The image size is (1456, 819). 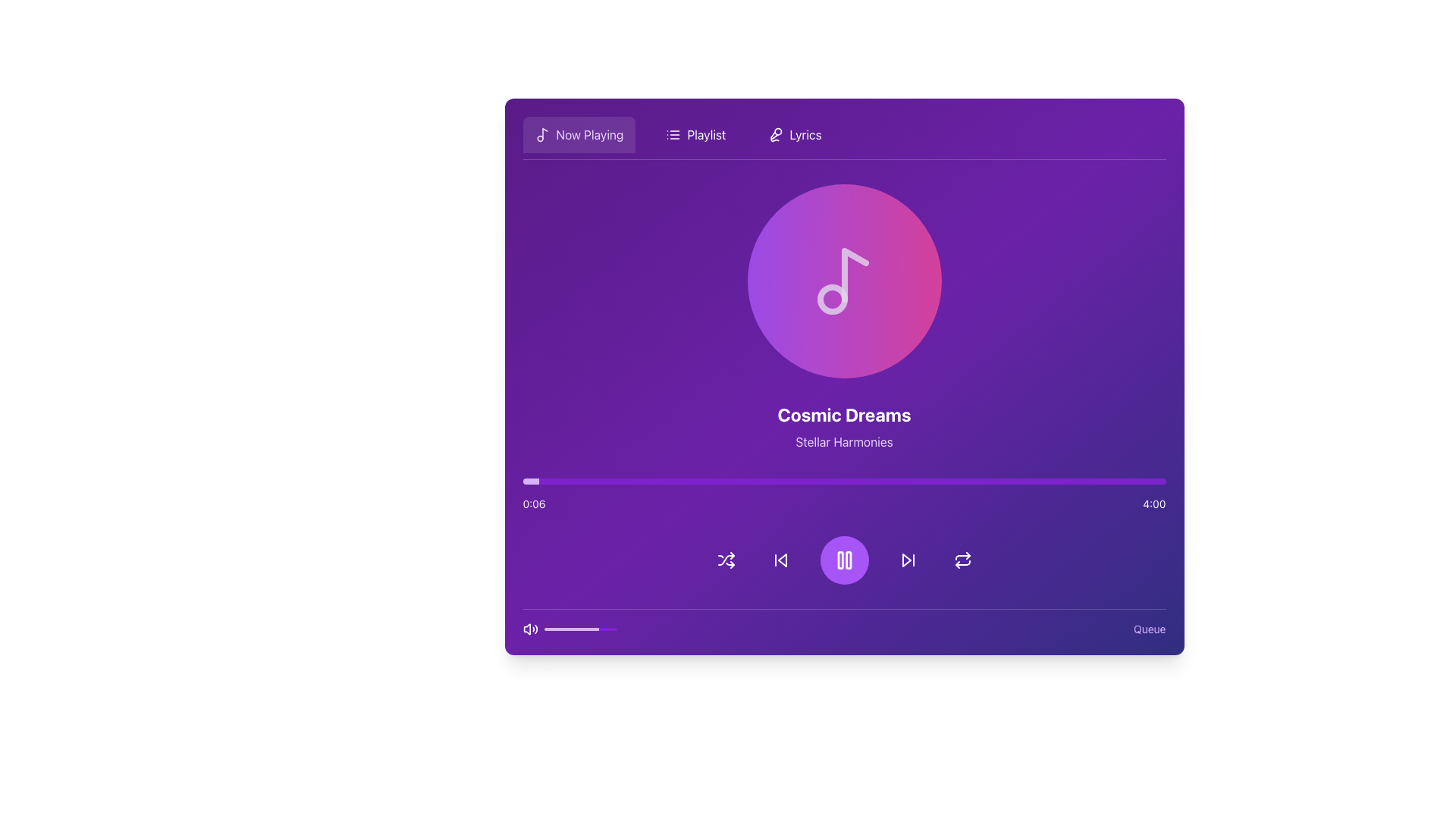 What do you see at coordinates (843, 281) in the screenshot?
I see `the decorative graphic representing the current track or album, which is centrally located in the upper section of the interface` at bounding box center [843, 281].